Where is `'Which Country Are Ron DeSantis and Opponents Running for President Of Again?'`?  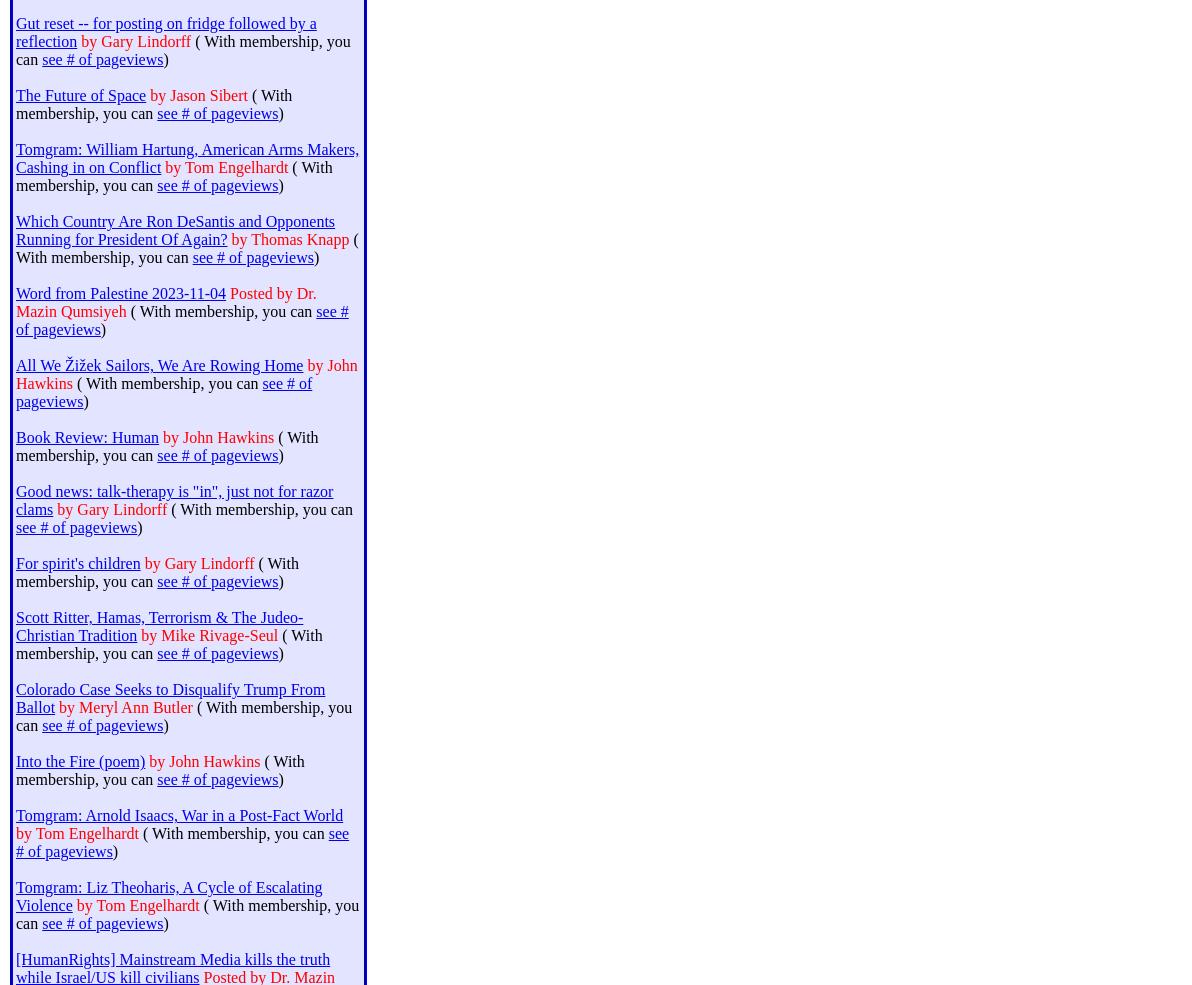 'Which Country Are Ron DeSantis and Opponents Running for President Of Again?' is located at coordinates (174, 229).